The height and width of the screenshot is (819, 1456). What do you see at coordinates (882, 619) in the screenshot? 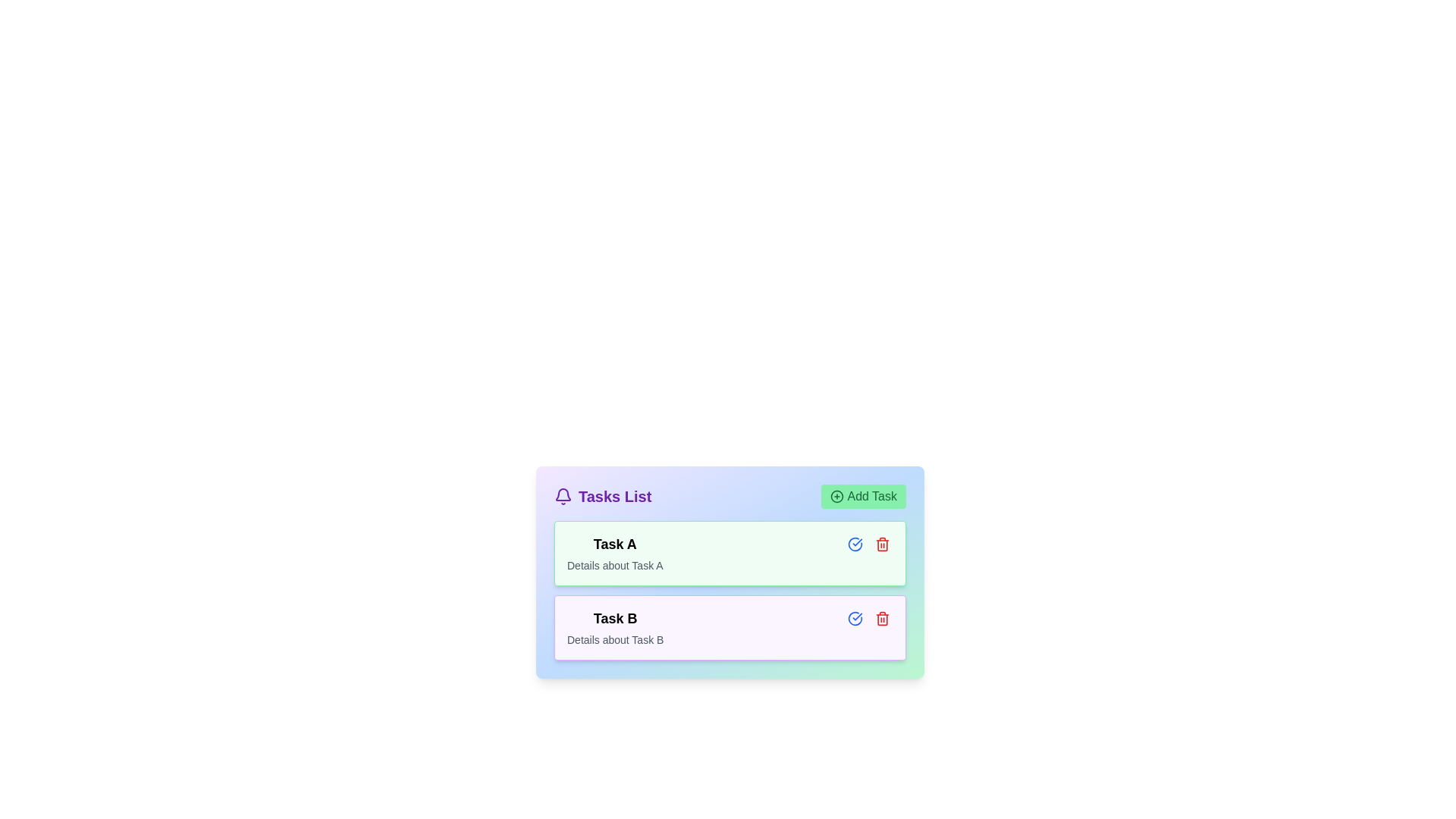
I see `the deletion icon button located in the bottom right corner of the 'Task B' card` at bounding box center [882, 619].